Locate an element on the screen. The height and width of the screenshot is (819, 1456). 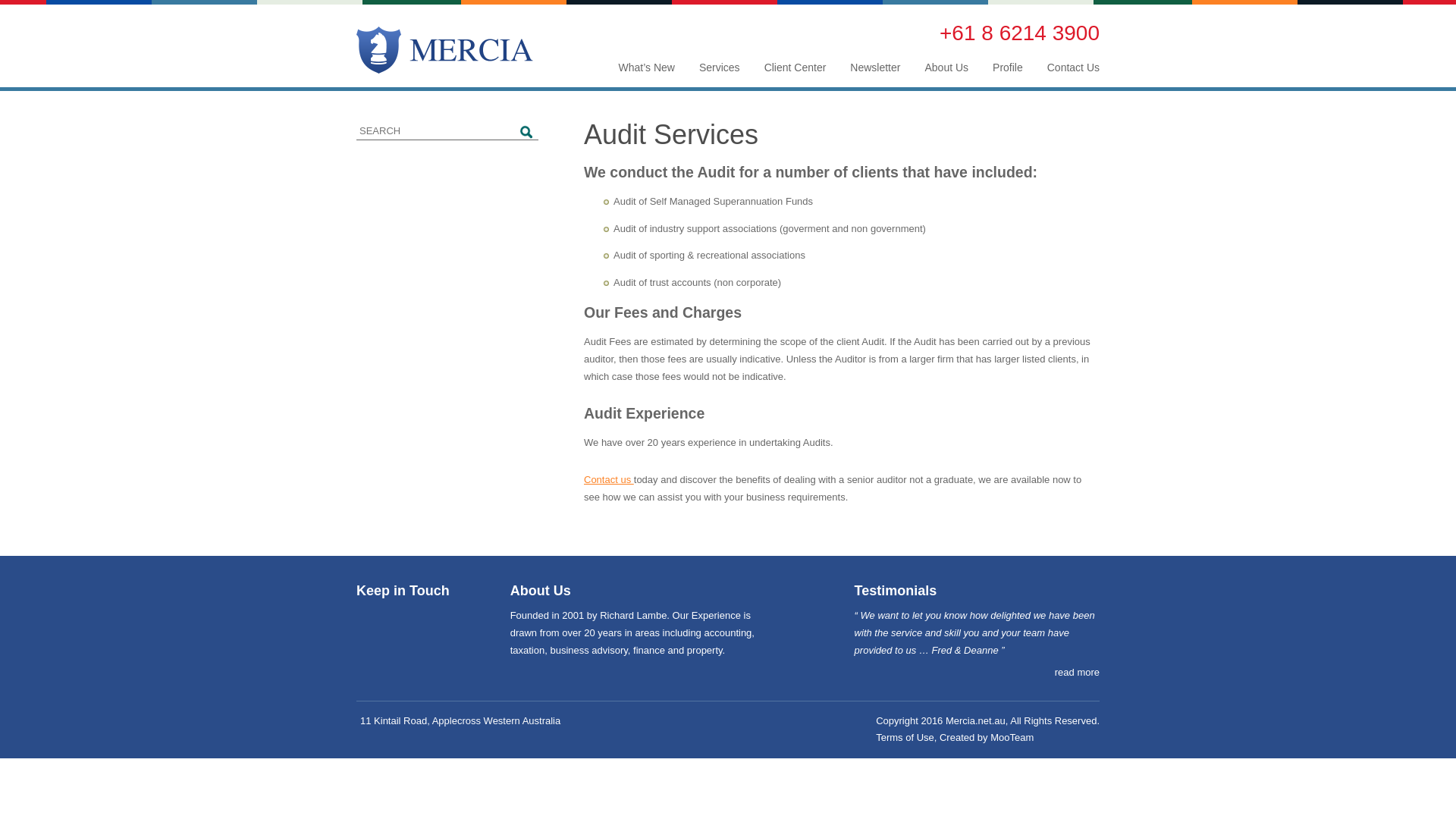
'Contact Us' is located at coordinates (1072, 66).